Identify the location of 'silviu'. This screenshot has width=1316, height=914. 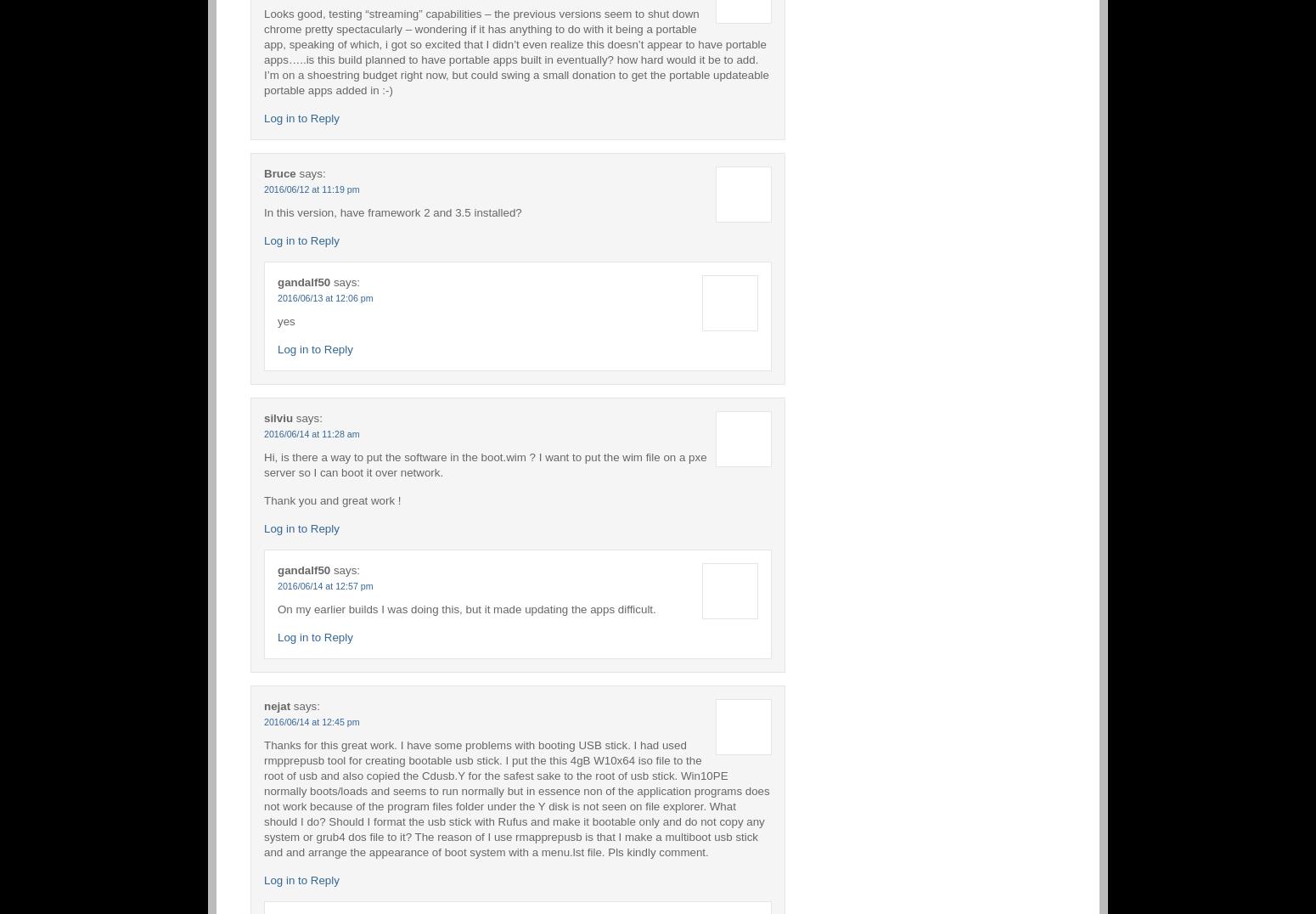
(277, 416).